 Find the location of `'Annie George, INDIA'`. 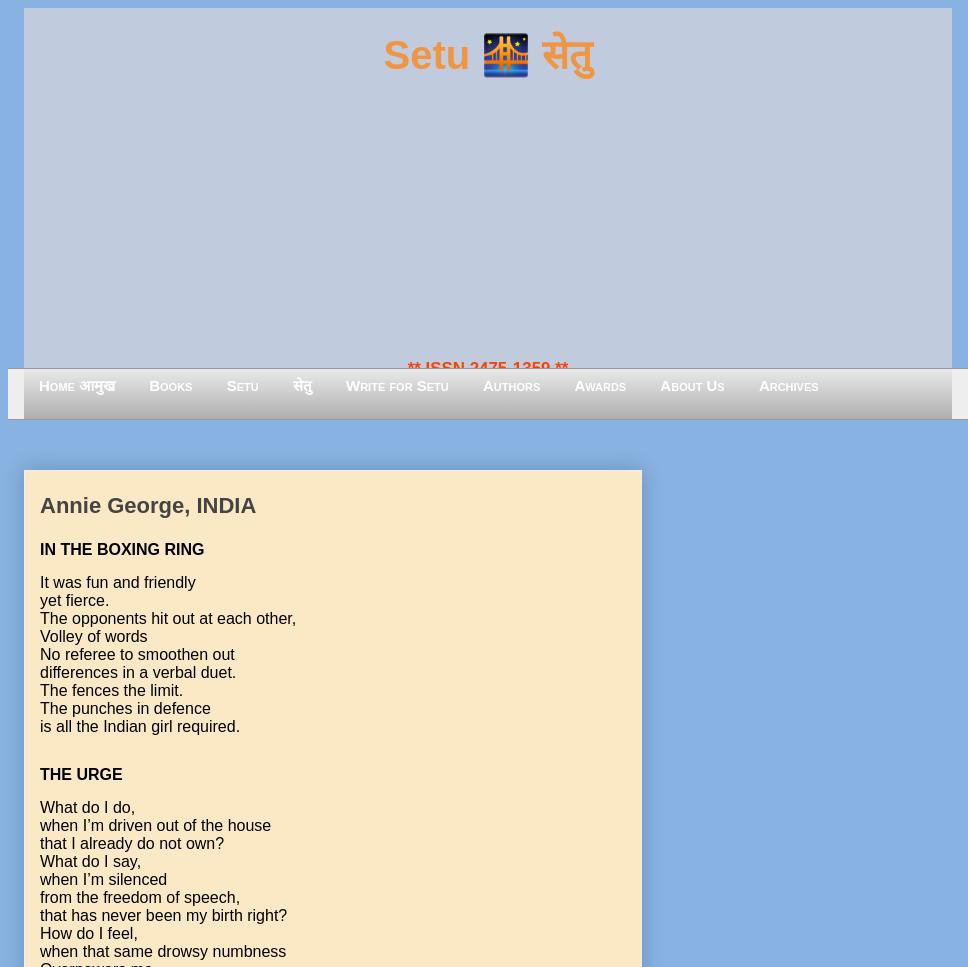

'Annie George, INDIA' is located at coordinates (39, 504).